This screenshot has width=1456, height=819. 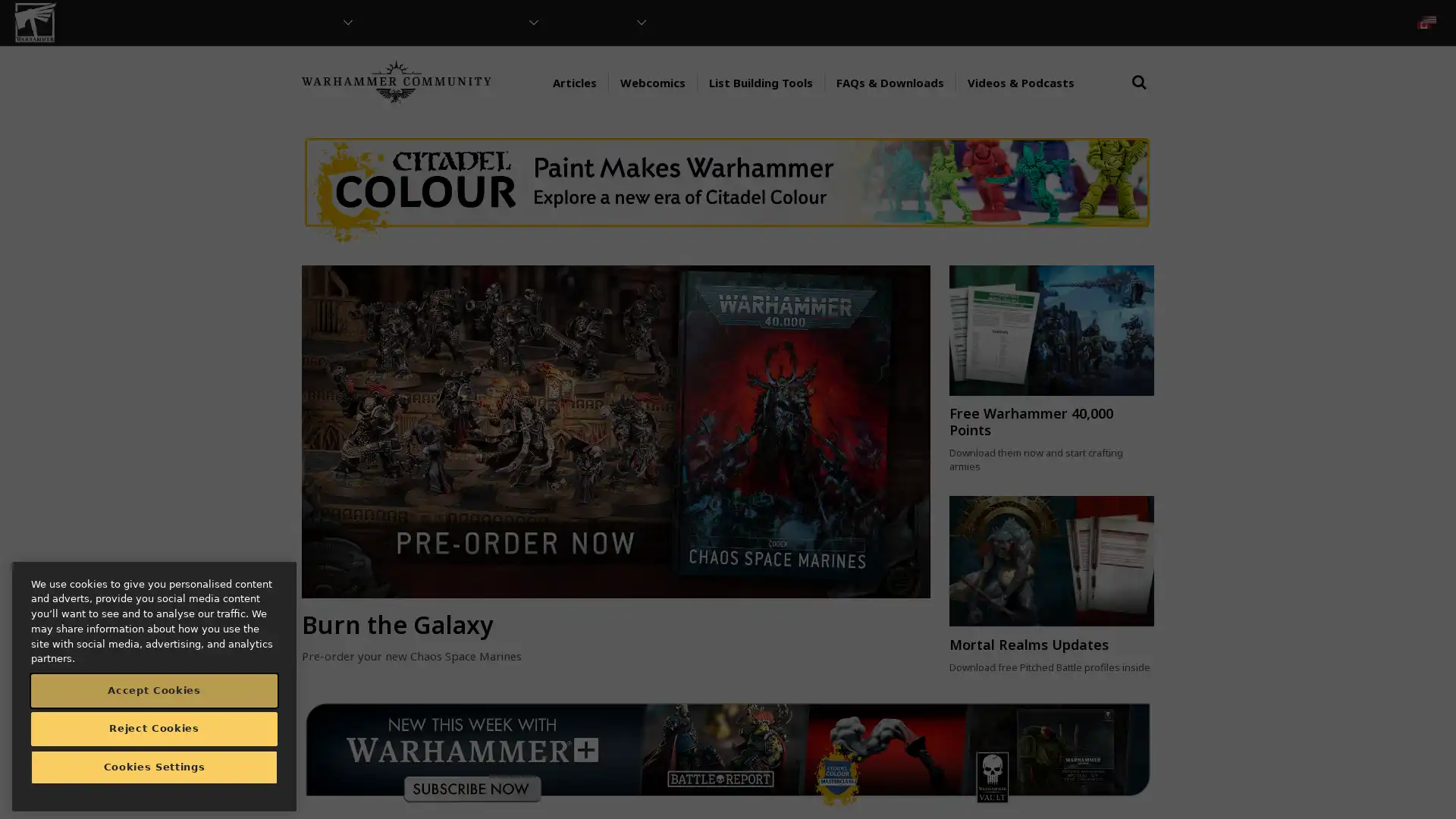 What do you see at coordinates (154, 727) in the screenshot?
I see `Reject Cookies` at bounding box center [154, 727].